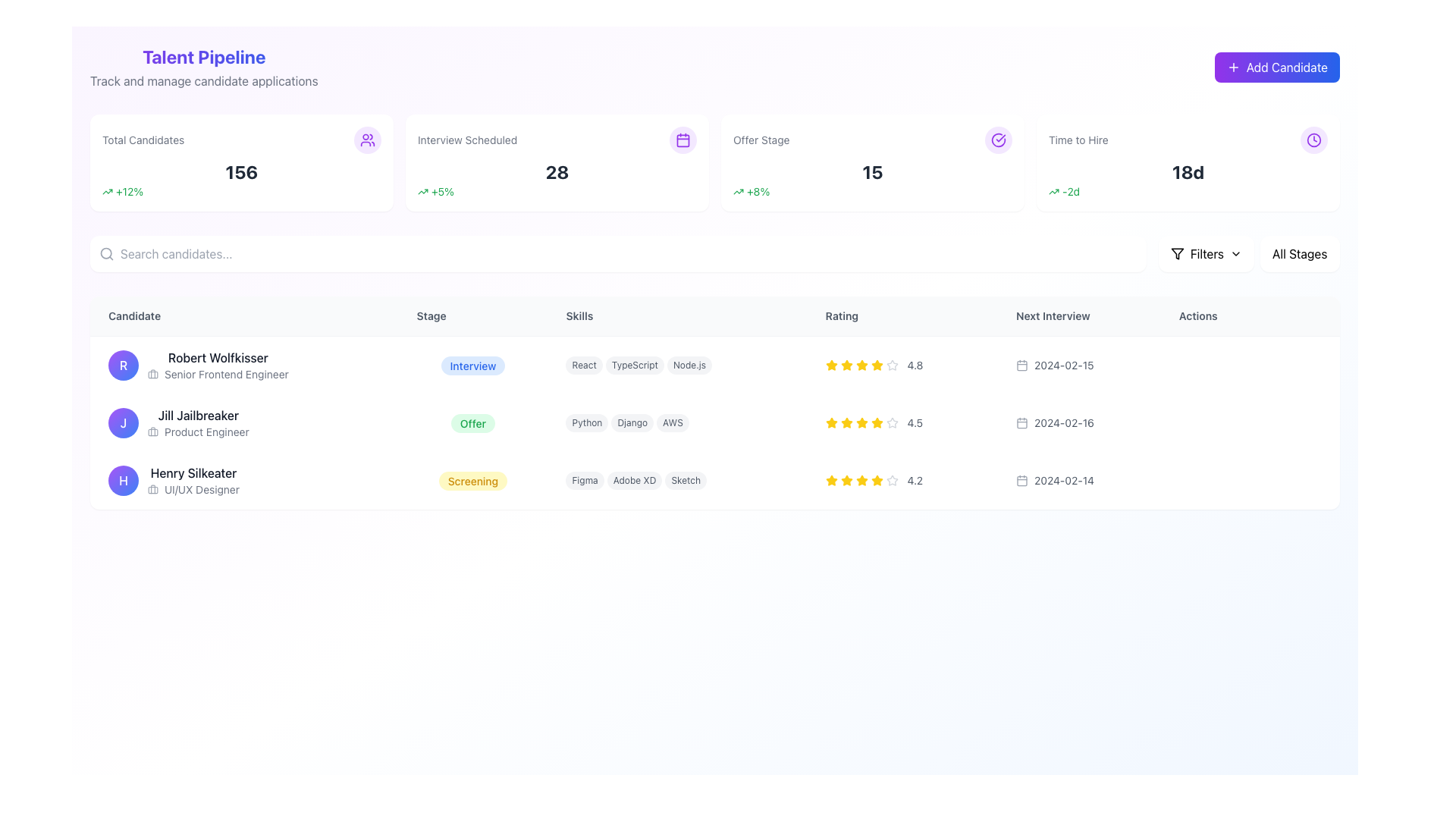 This screenshot has height=819, width=1456. Describe the element at coordinates (830, 365) in the screenshot. I see `the third yellow star in the 'Rating' column of the first candidate's row to rate` at that location.